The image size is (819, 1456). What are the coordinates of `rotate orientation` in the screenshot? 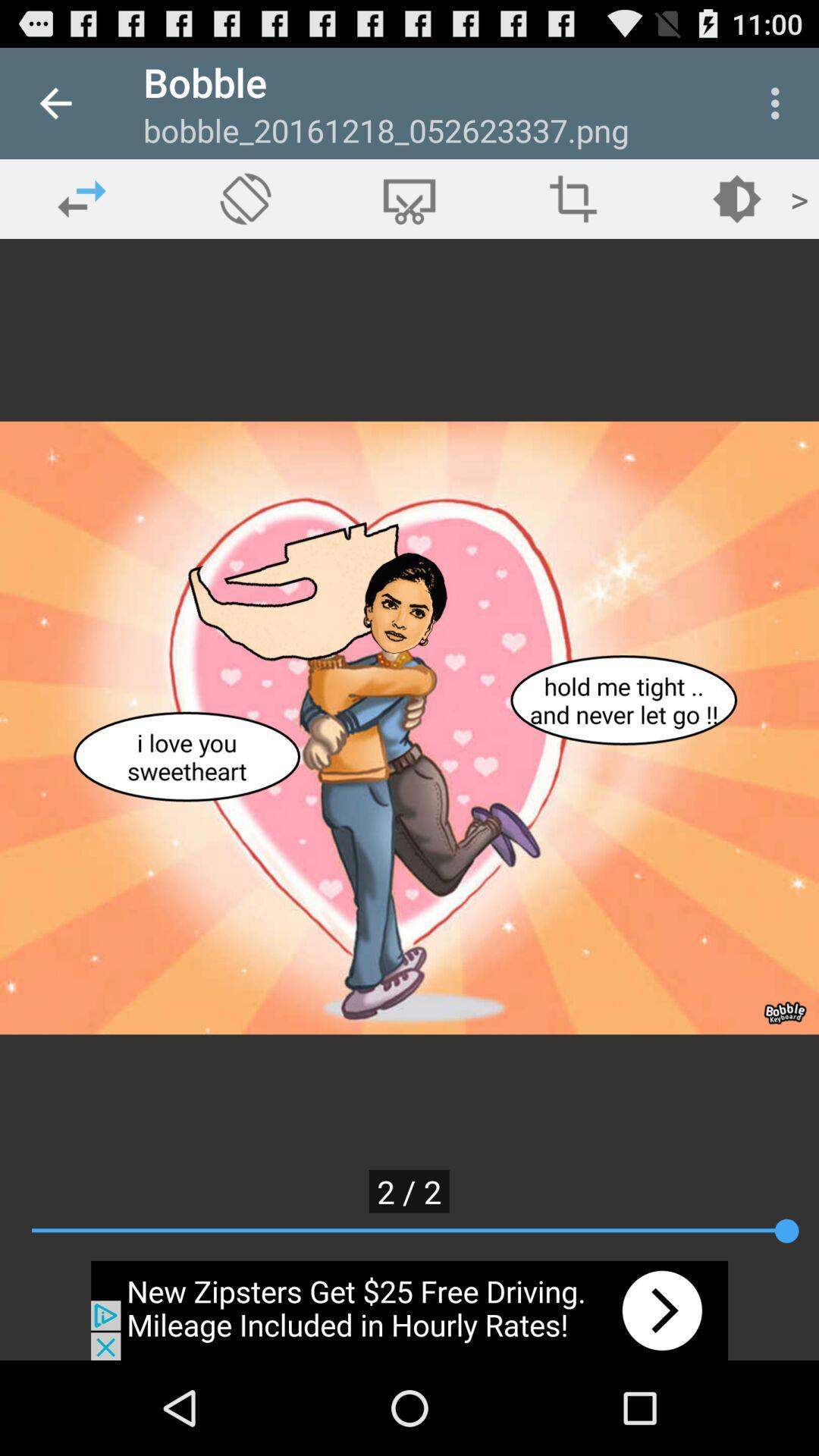 It's located at (245, 198).